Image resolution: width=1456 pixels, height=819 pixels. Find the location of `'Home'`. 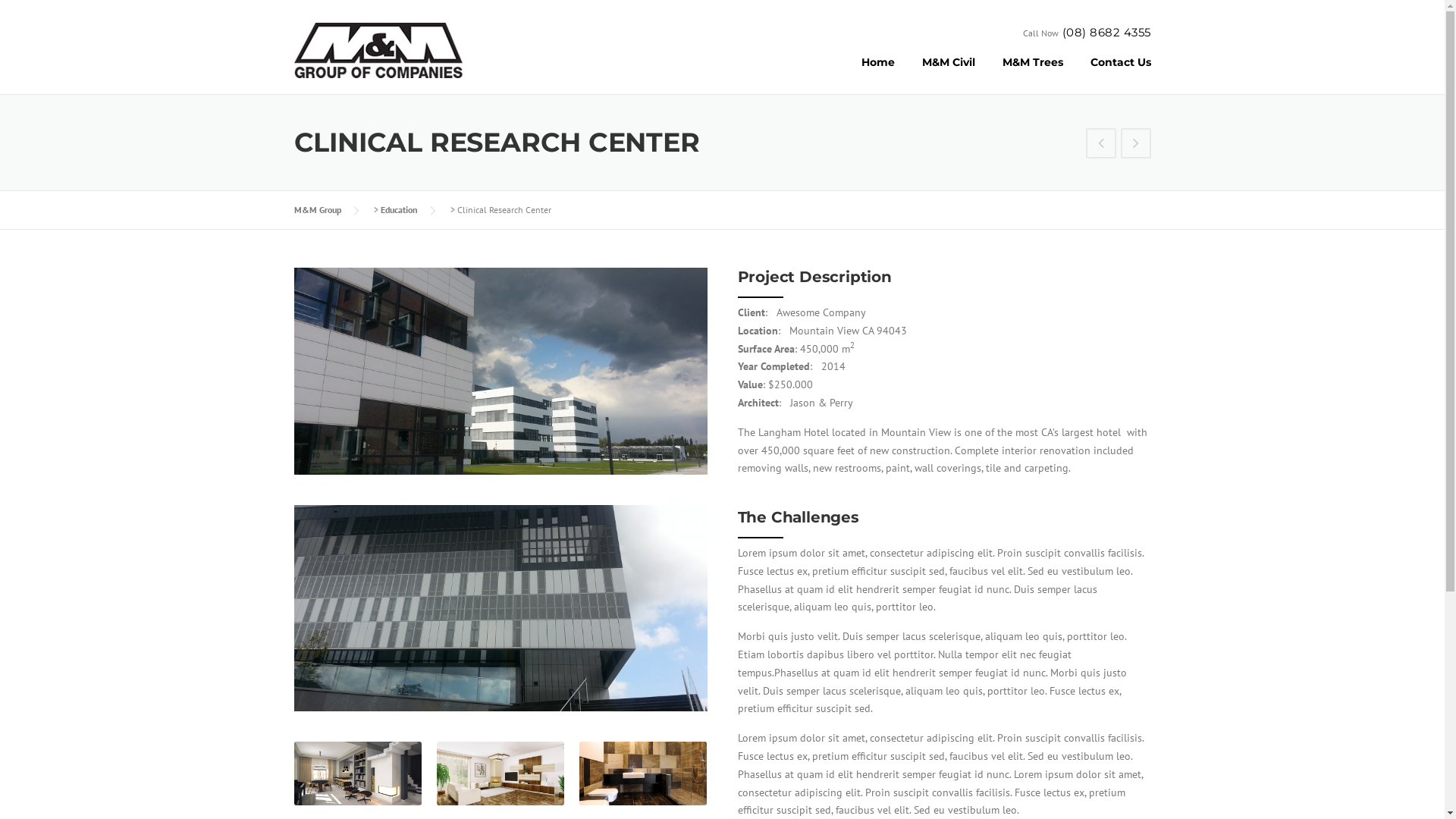

'Home' is located at coordinates (877, 73).